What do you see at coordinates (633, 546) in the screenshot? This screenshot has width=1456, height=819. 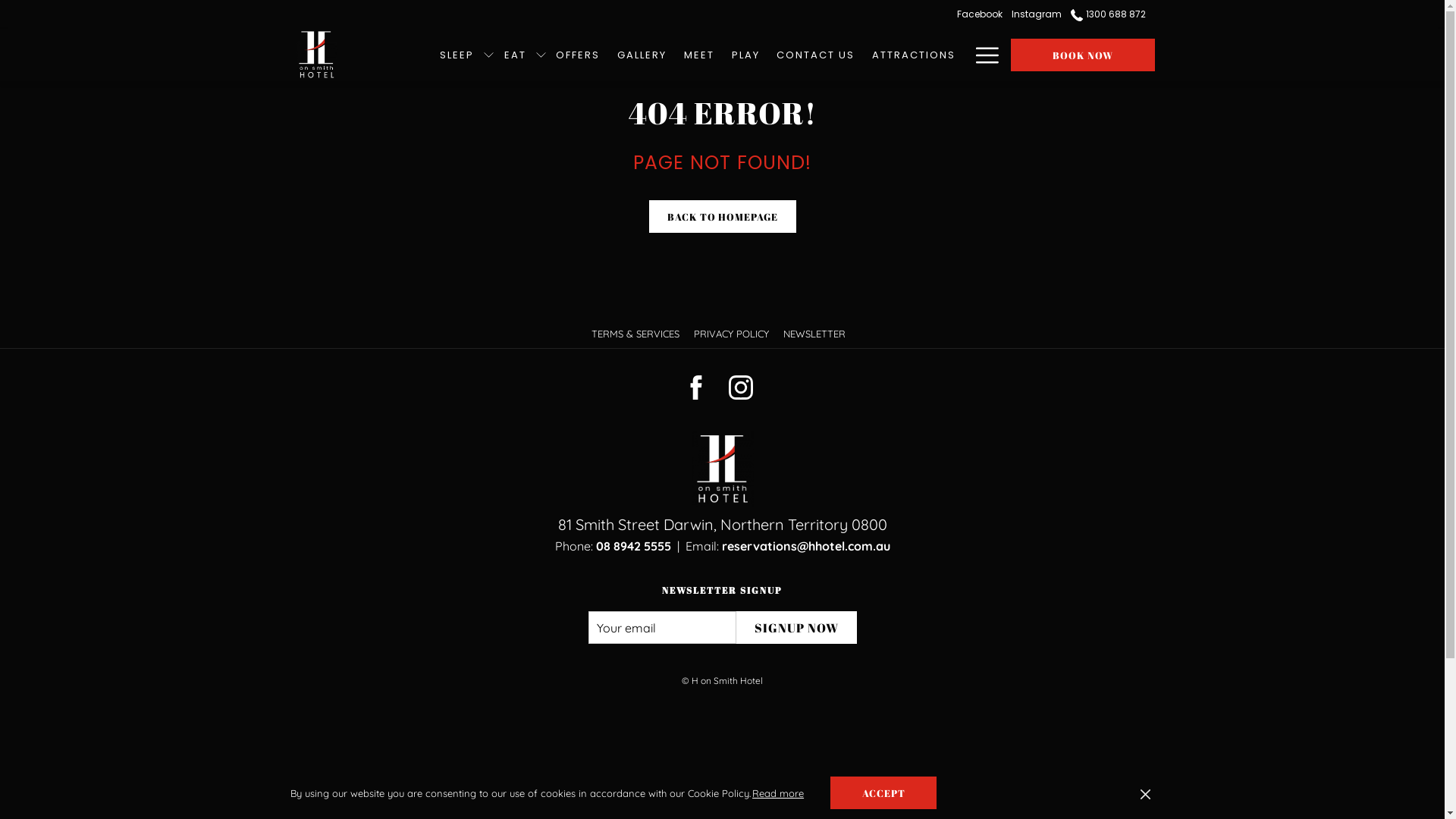 I see `'08 8942 5555'` at bounding box center [633, 546].